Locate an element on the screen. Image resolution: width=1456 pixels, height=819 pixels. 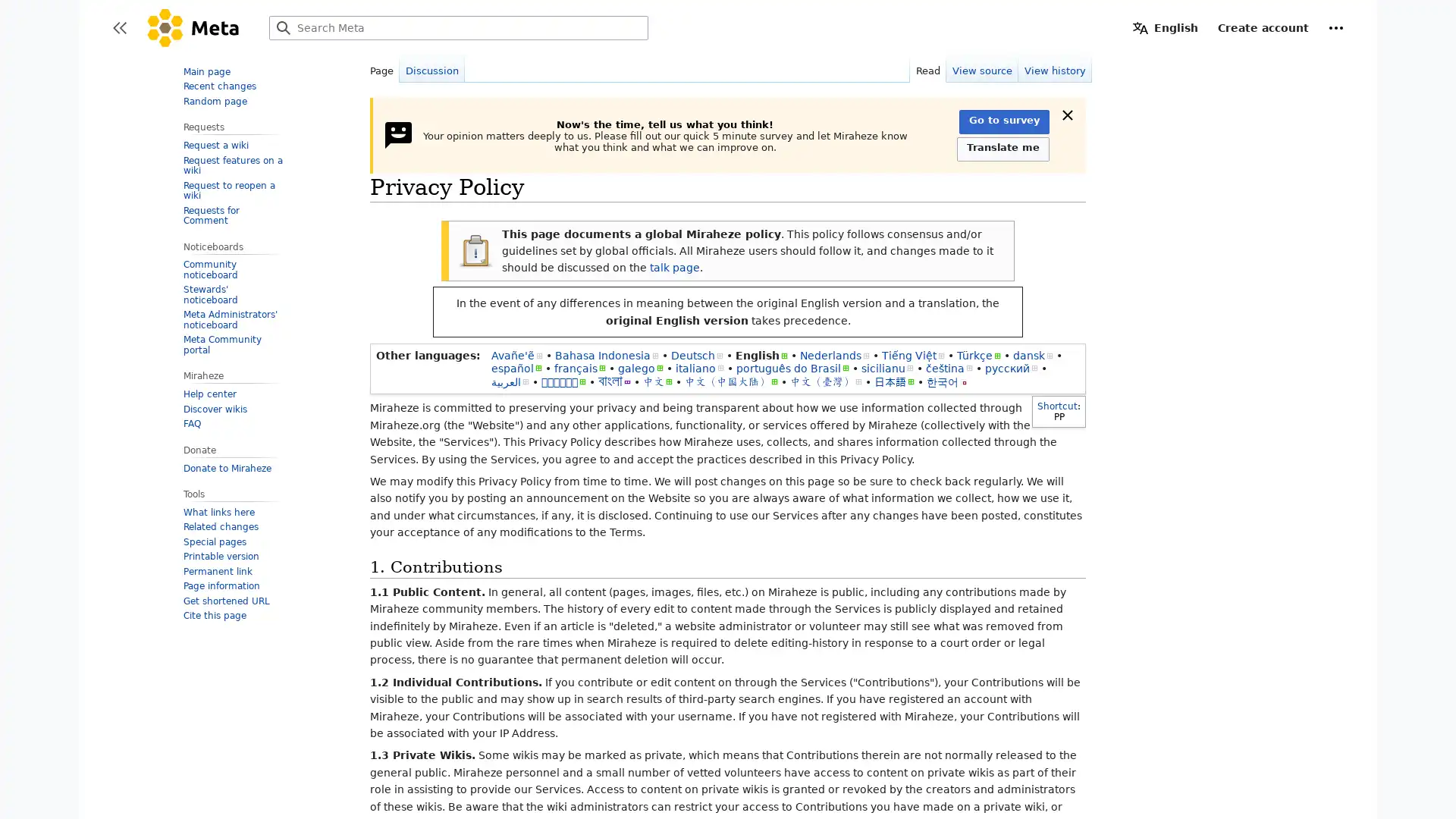
Search is located at coordinates (284, 28).